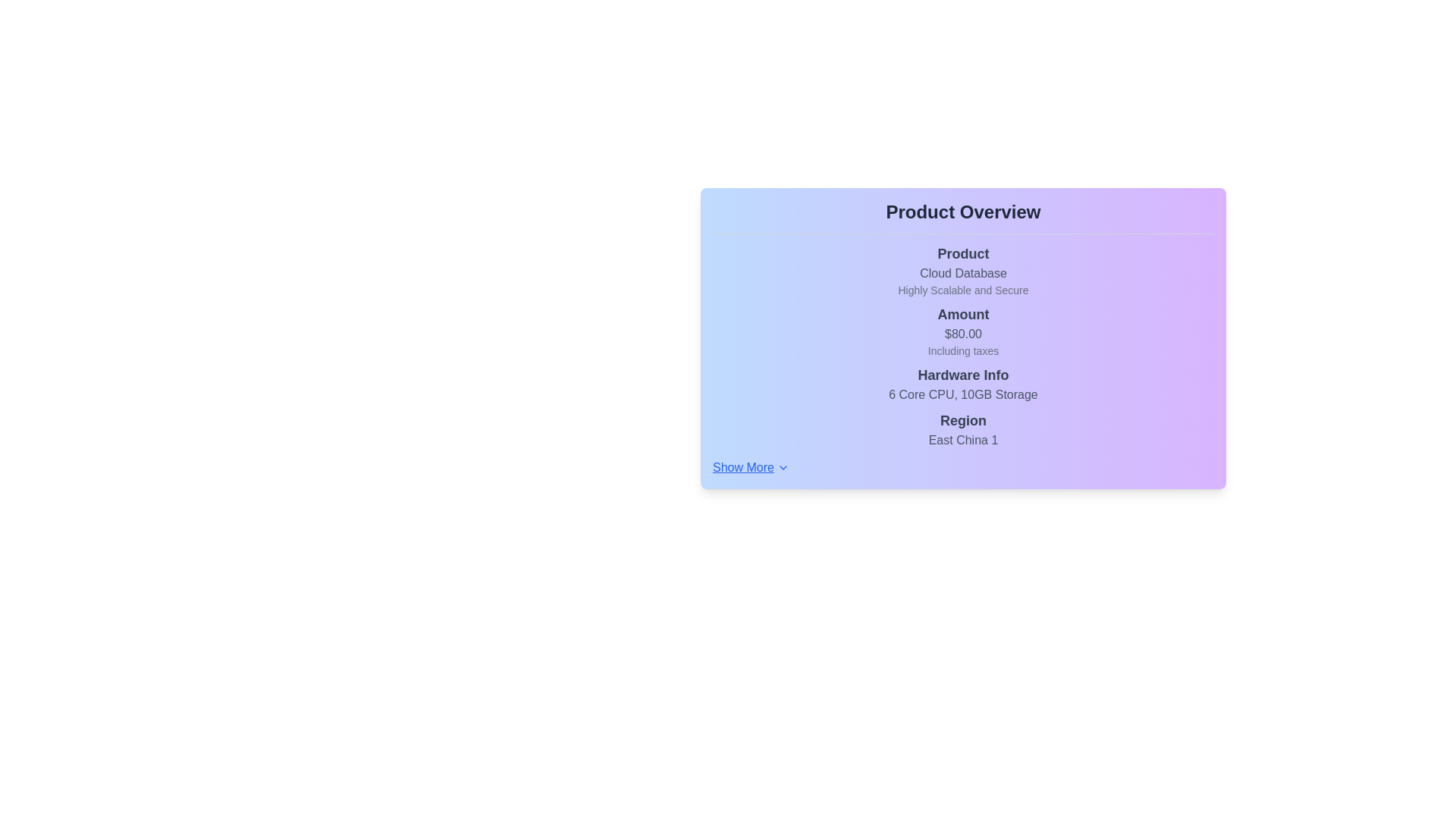 The image size is (1456, 819). Describe the element at coordinates (962, 212) in the screenshot. I see `text content of the bolded 'Product Overview' header located at the top of the content card with a gradient background` at that location.